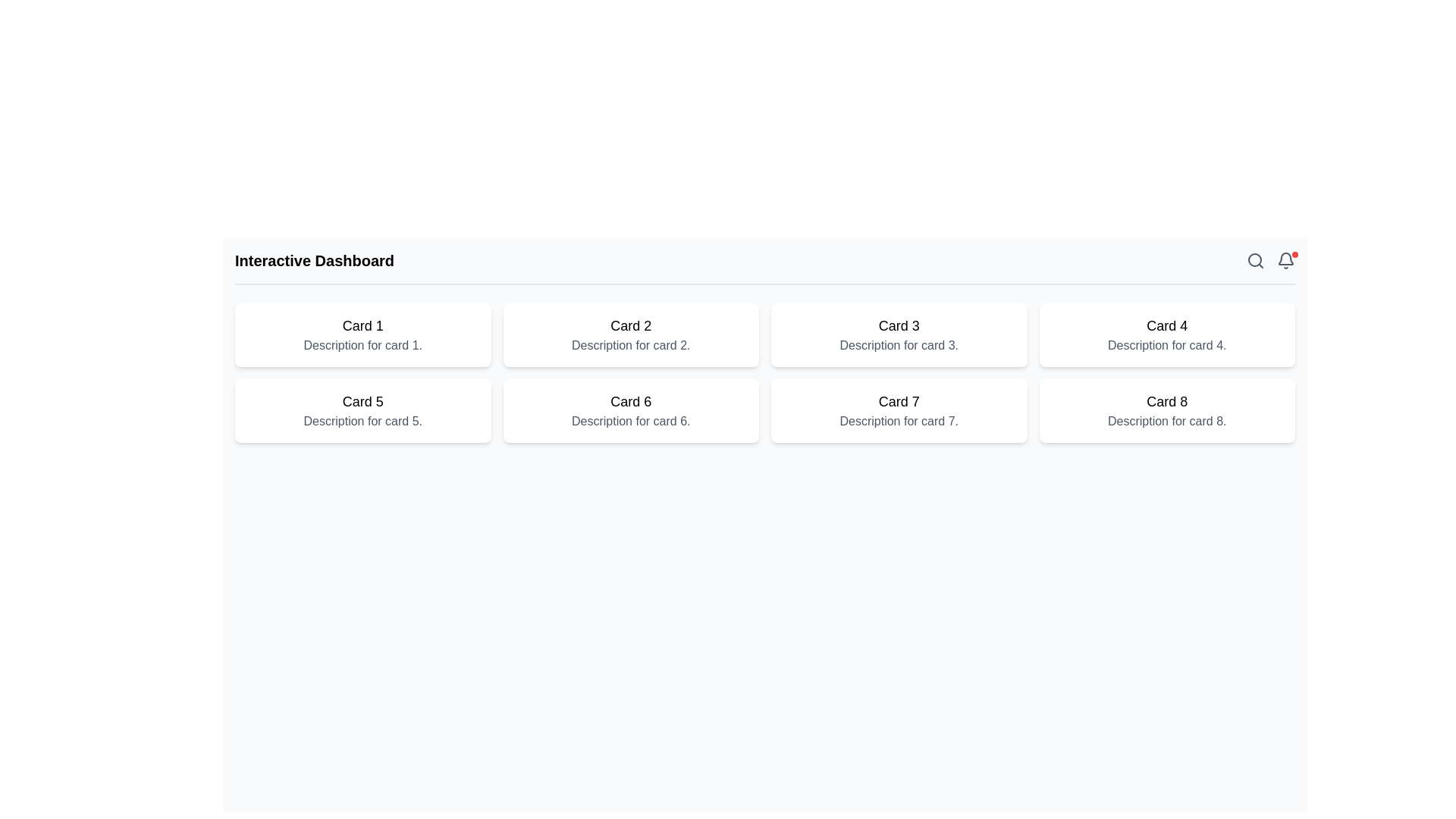 This screenshot has width=1456, height=819. Describe the element at coordinates (362, 411) in the screenshot. I see `the fifth card in the grid layout to interact with the informational card displaying a title and descriptive text` at that location.